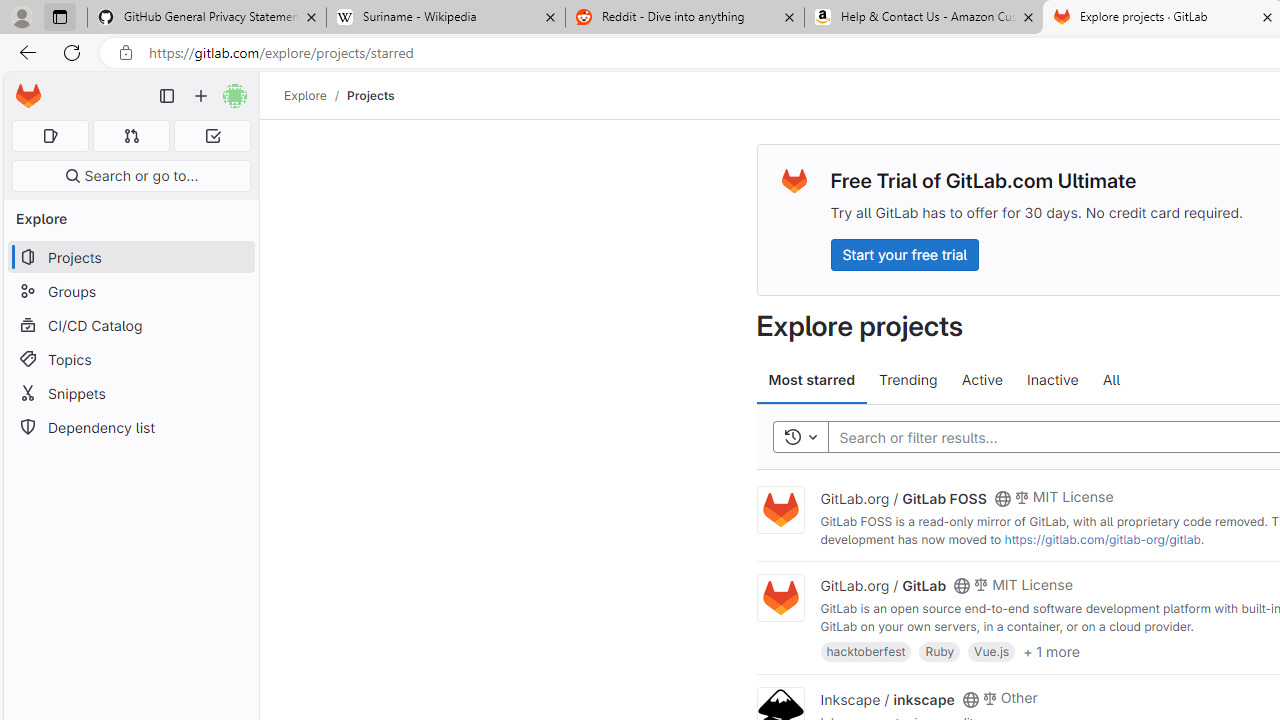 Image resolution: width=1280 pixels, height=720 pixels. Describe the element at coordinates (130, 324) in the screenshot. I see `'CI/CD Catalog'` at that location.